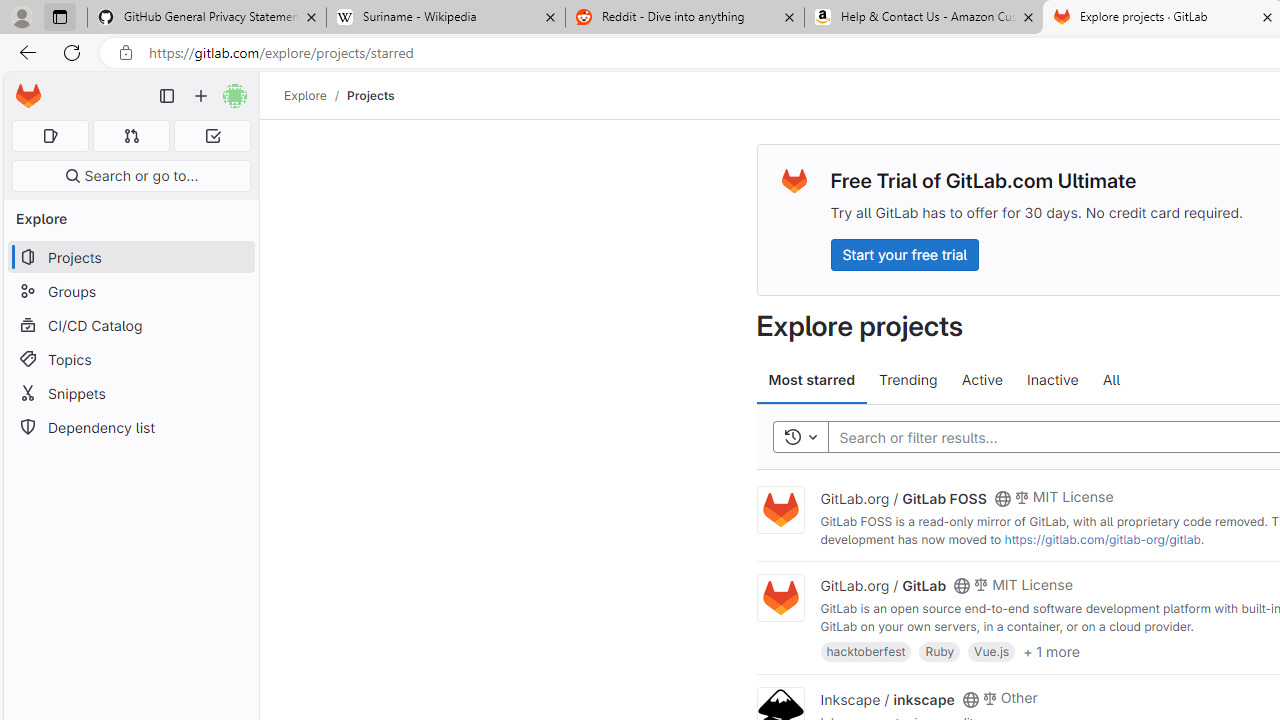 Image resolution: width=1280 pixels, height=720 pixels. Describe the element at coordinates (130, 324) in the screenshot. I see `'CI/CD Catalog'` at that location.